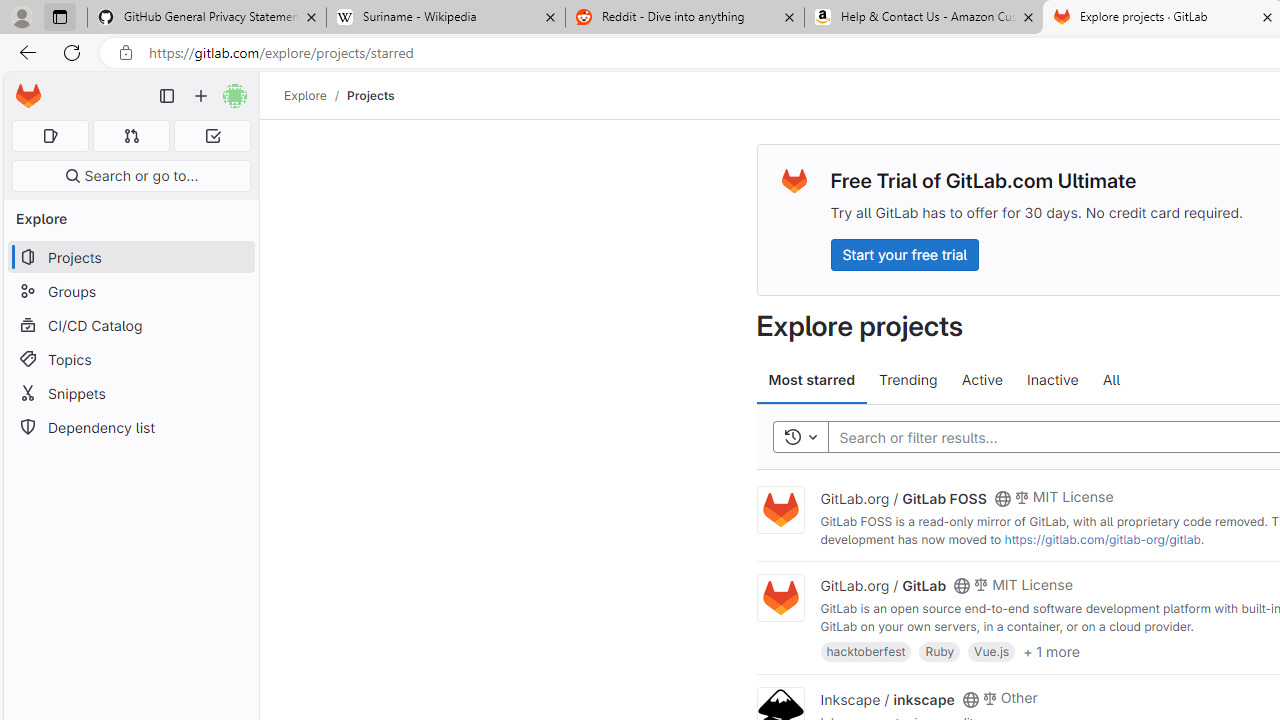 Image resolution: width=1280 pixels, height=720 pixels. Describe the element at coordinates (130, 324) in the screenshot. I see `'CI/CD Catalog'` at that location.